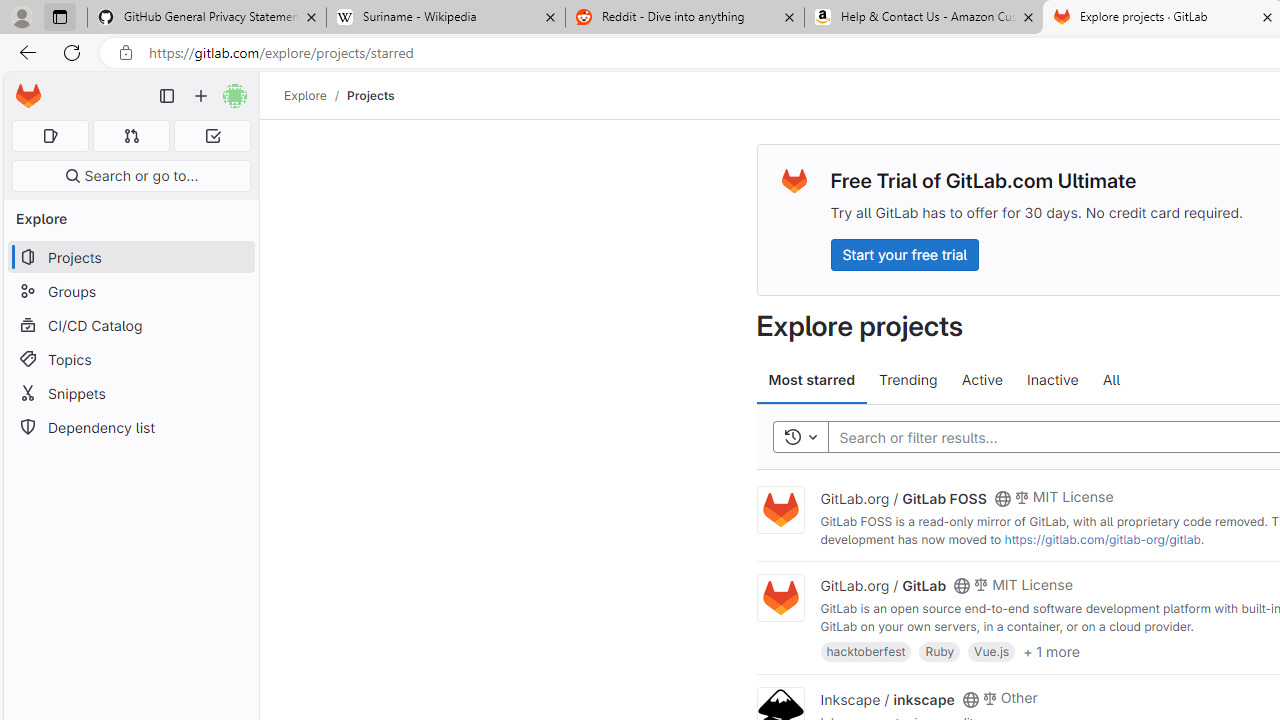 Image resolution: width=1280 pixels, height=720 pixels. Describe the element at coordinates (130, 324) in the screenshot. I see `'CI/CD Catalog'` at that location.